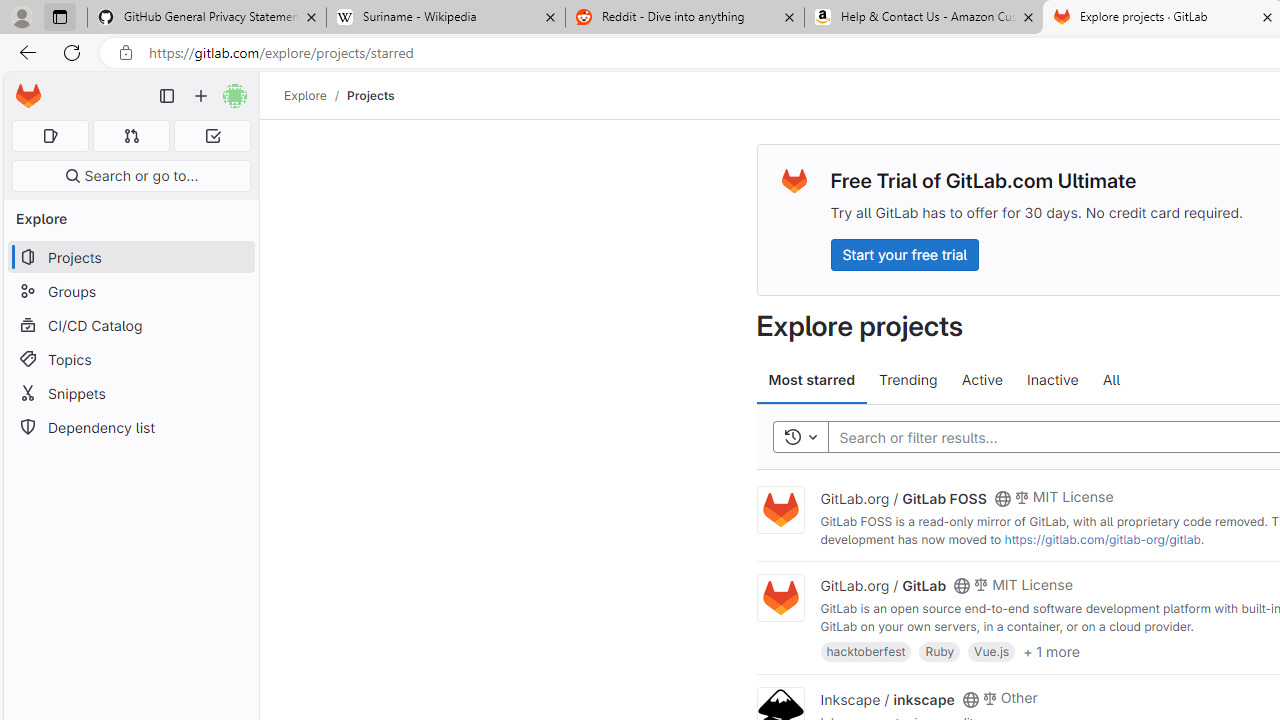 Image resolution: width=1280 pixels, height=720 pixels. Describe the element at coordinates (130, 324) in the screenshot. I see `'CI/CD Catalog'` at that location.